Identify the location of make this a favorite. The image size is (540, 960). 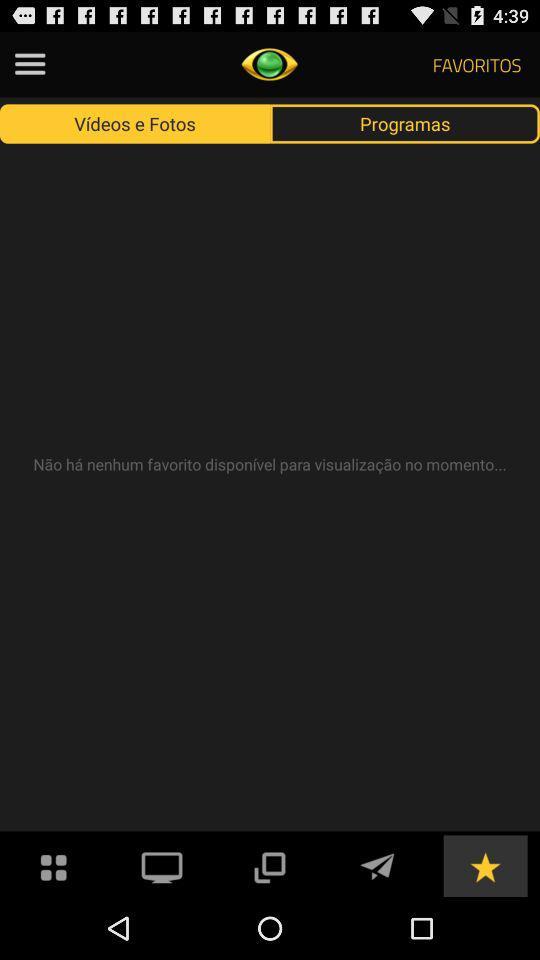
(484, 864).